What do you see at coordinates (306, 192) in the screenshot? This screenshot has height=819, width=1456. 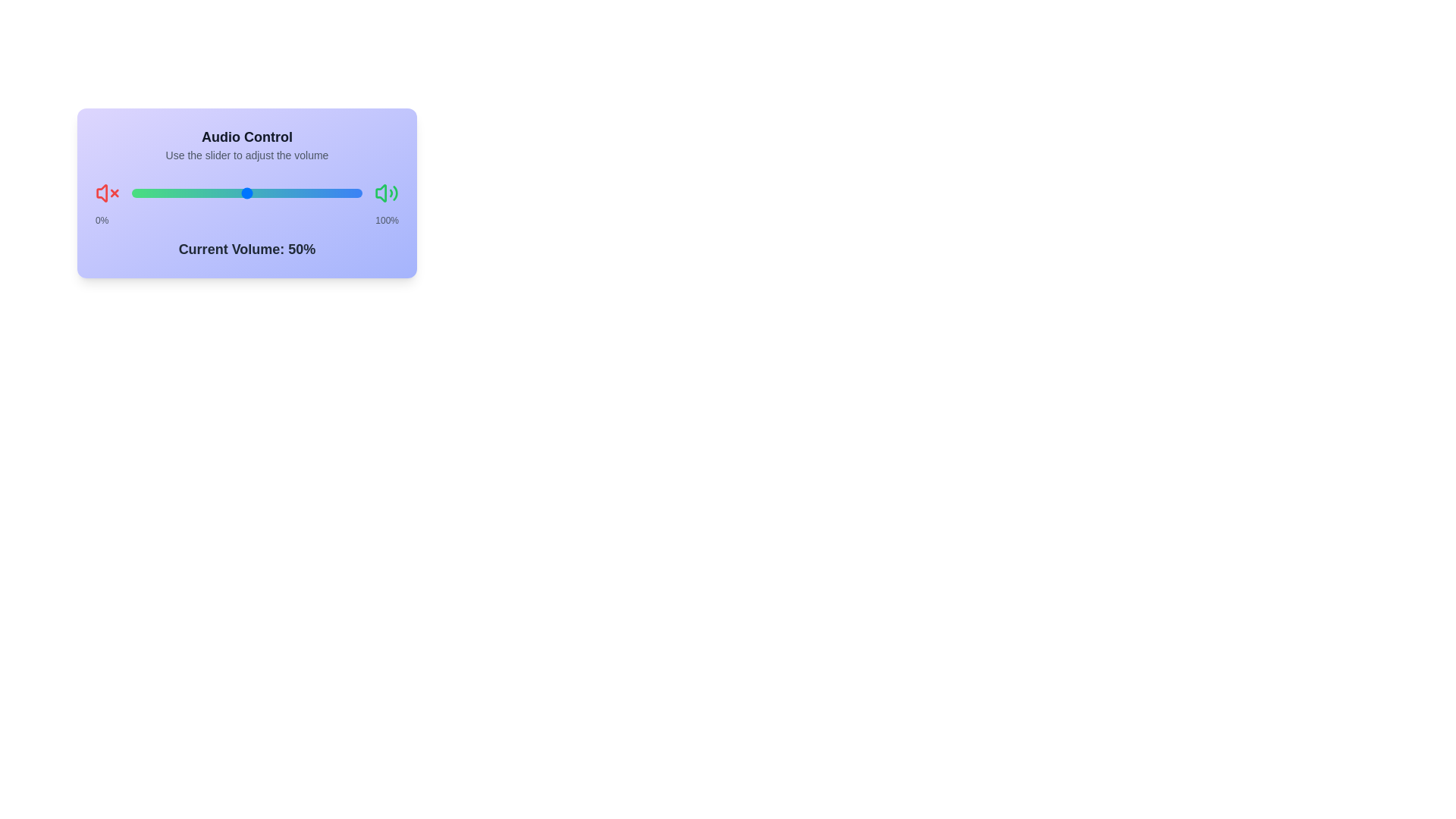 I see `the slider to set the volume to 76%` at bounding box center [306, 192].